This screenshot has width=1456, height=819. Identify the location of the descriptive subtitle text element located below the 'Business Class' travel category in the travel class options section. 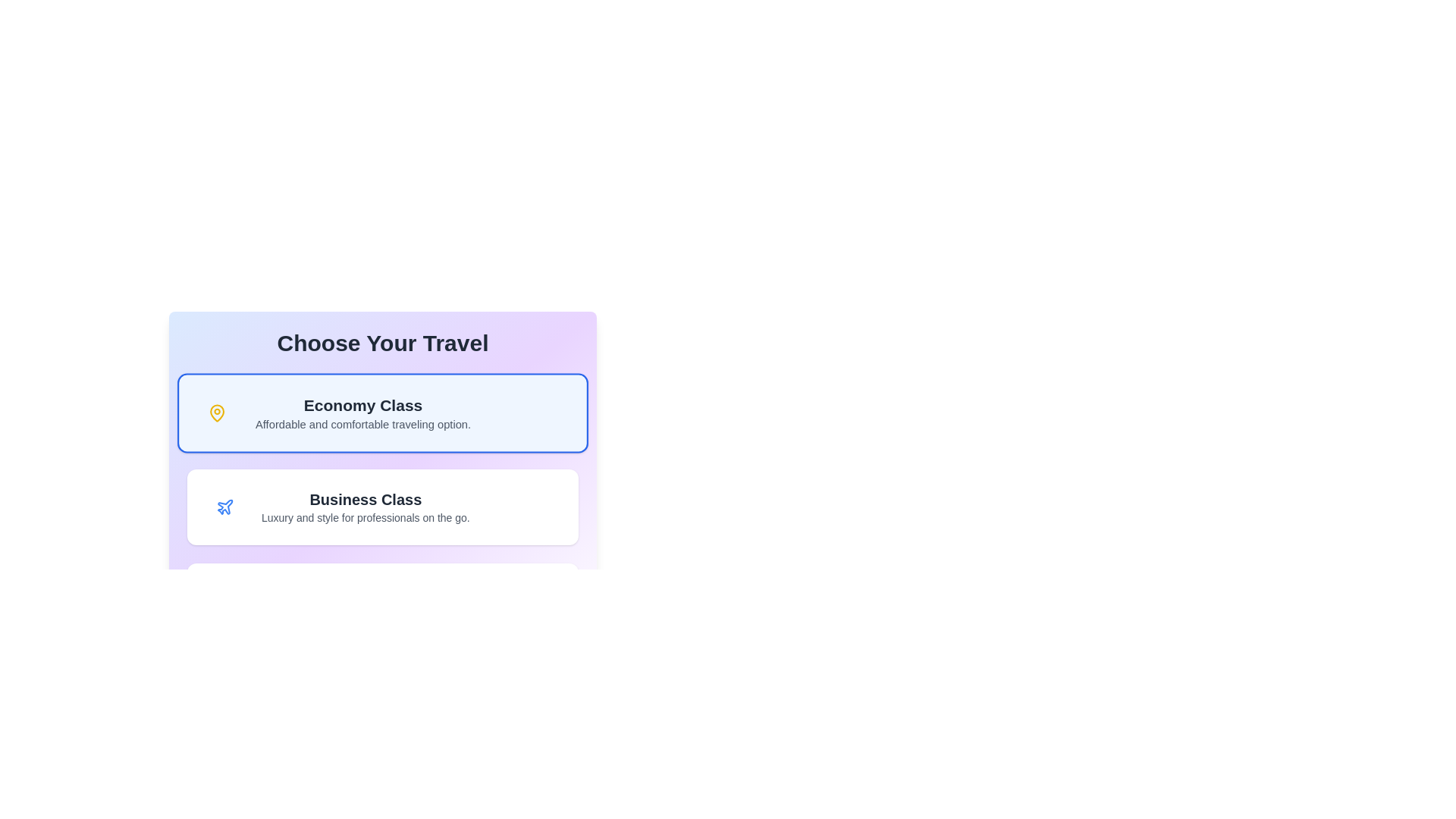
(366, 516).